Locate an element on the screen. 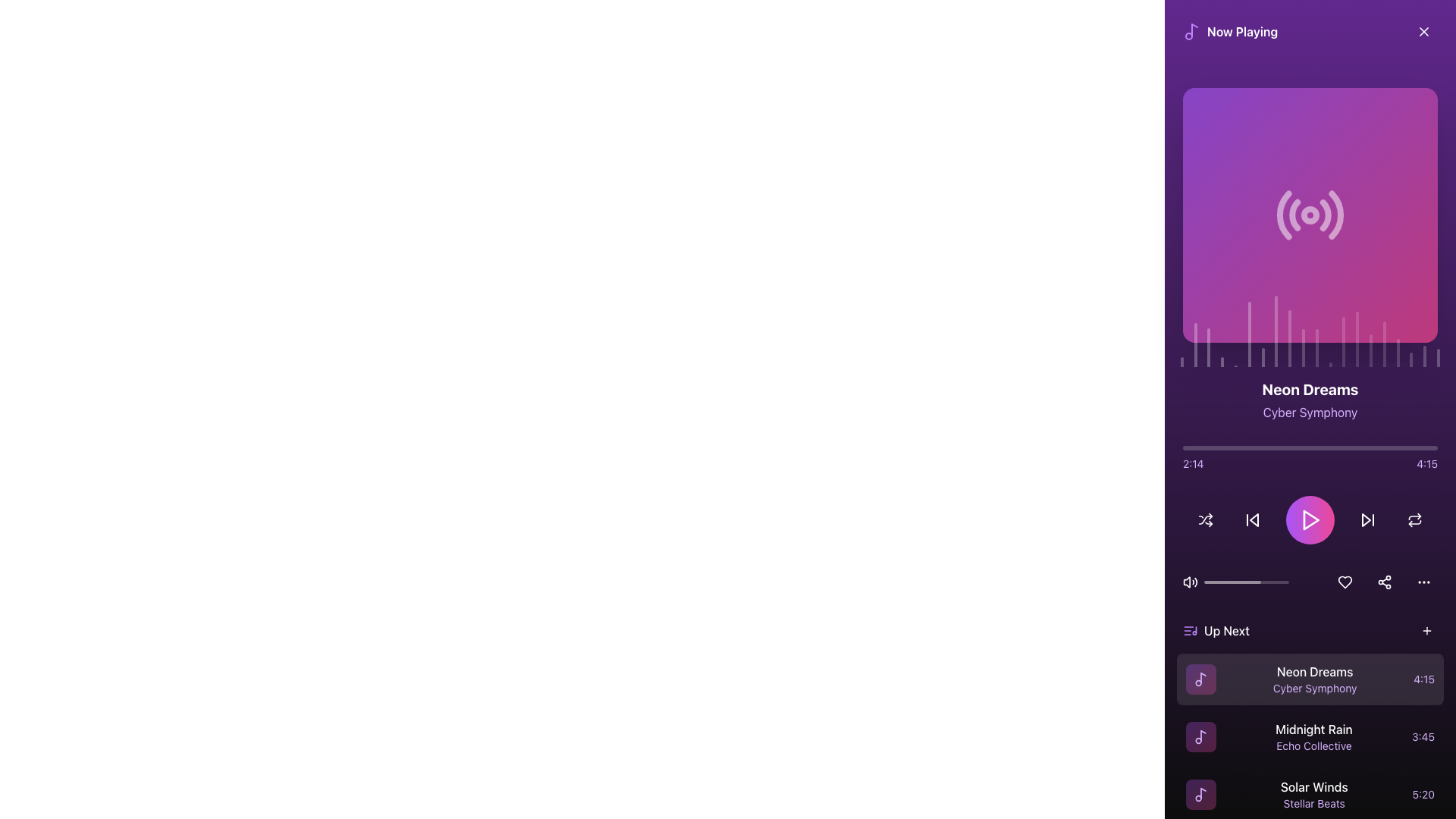  the 15th vertical graphic bar in the visualizer component, which is a thin white bar with rounded top corners positioned at the bottom of the player interface is located at coordinates (1371, 350).